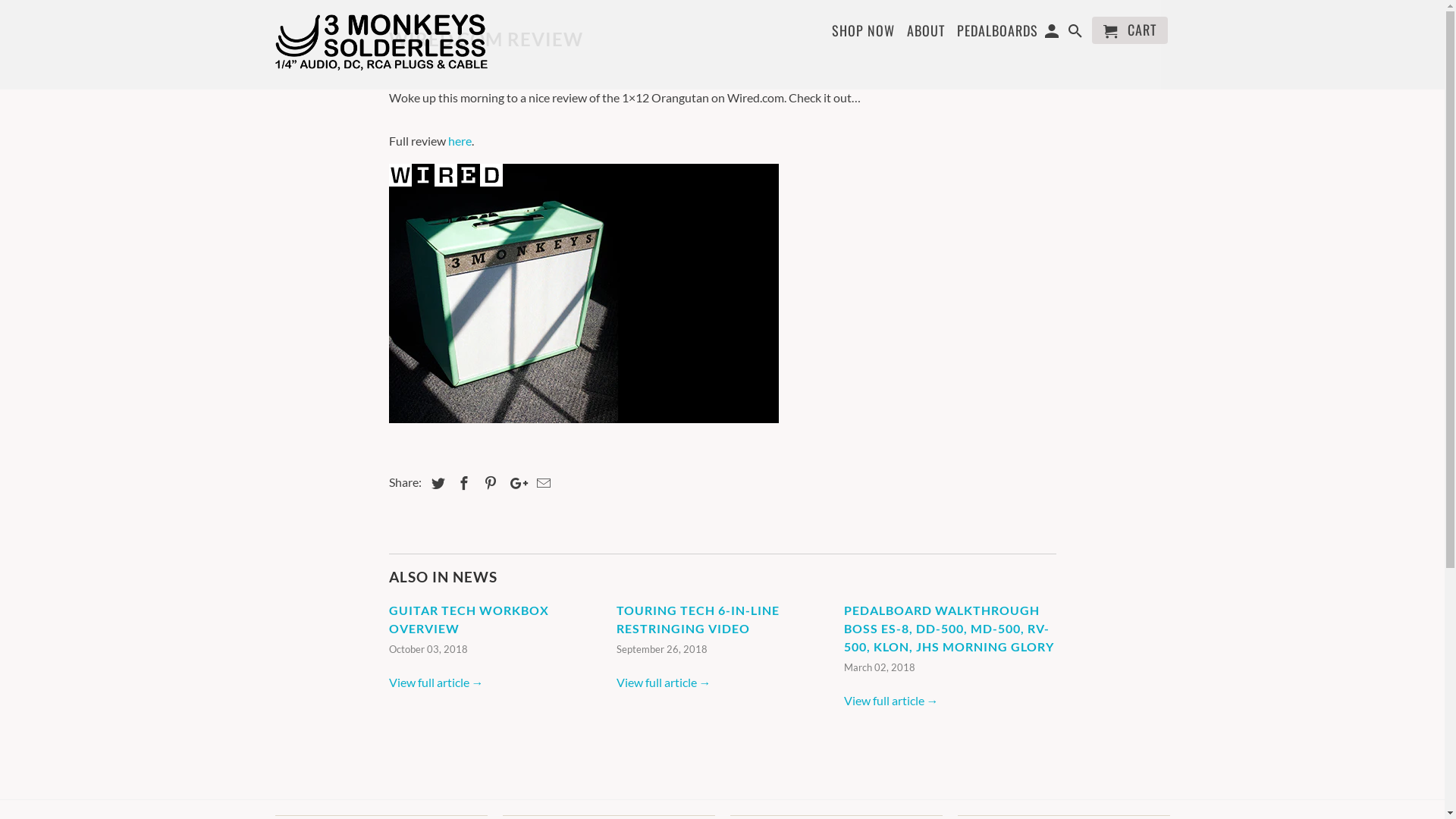 This screenshot has height=819, width=1456. Describe the element at coordinates (541, 482) in the screenshot. I see `'Email this to a friend'` at that location.